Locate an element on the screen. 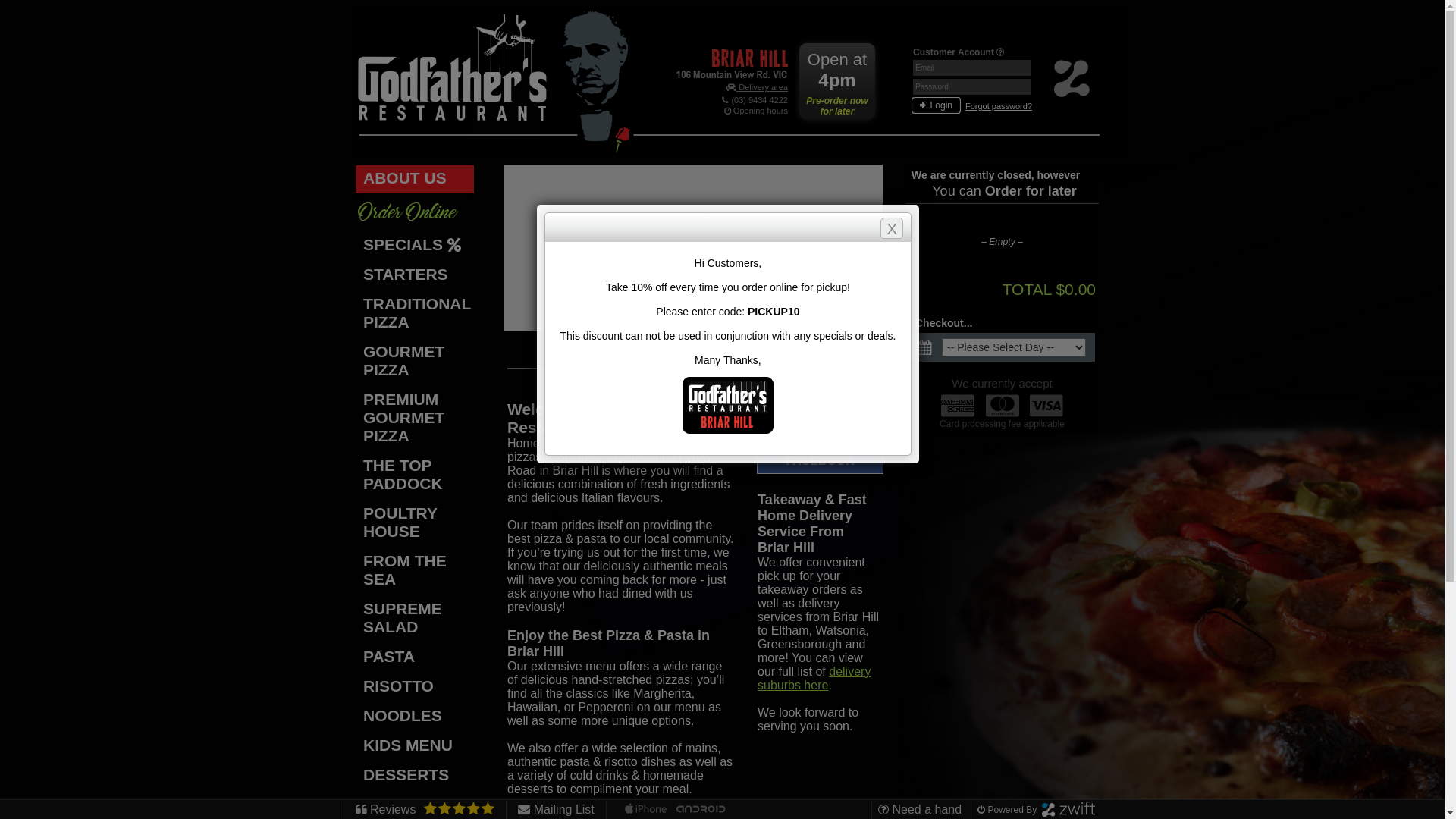 This screenshot has height=819, width=1456. 'PASTA' is located at coordinates (355, 657).